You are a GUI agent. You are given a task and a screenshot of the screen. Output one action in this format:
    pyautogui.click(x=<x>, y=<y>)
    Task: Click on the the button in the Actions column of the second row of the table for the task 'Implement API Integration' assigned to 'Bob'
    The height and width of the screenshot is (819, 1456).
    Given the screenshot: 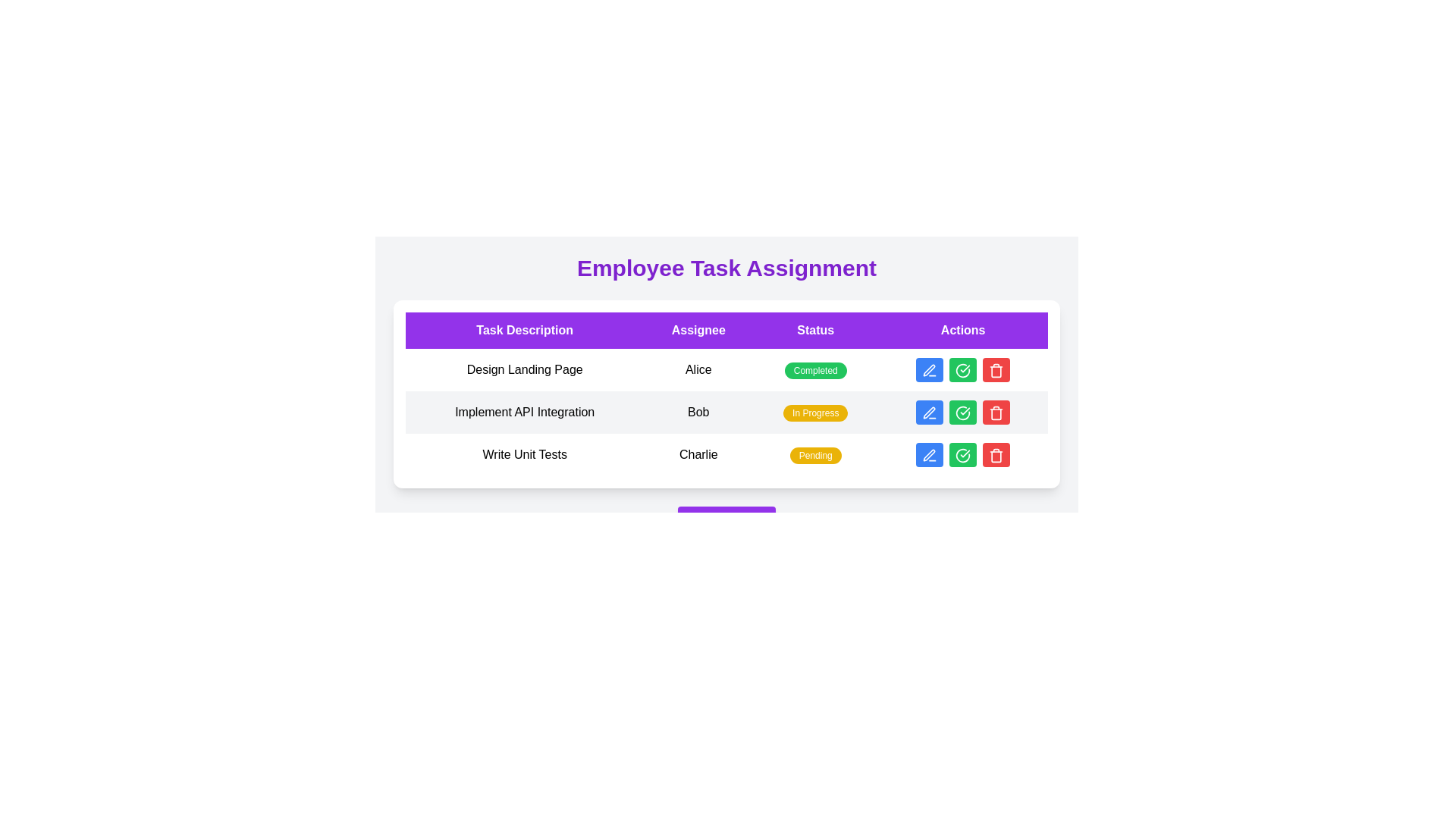 What is the action you would take?
    pyautogui.click(x=962, y=412)
    